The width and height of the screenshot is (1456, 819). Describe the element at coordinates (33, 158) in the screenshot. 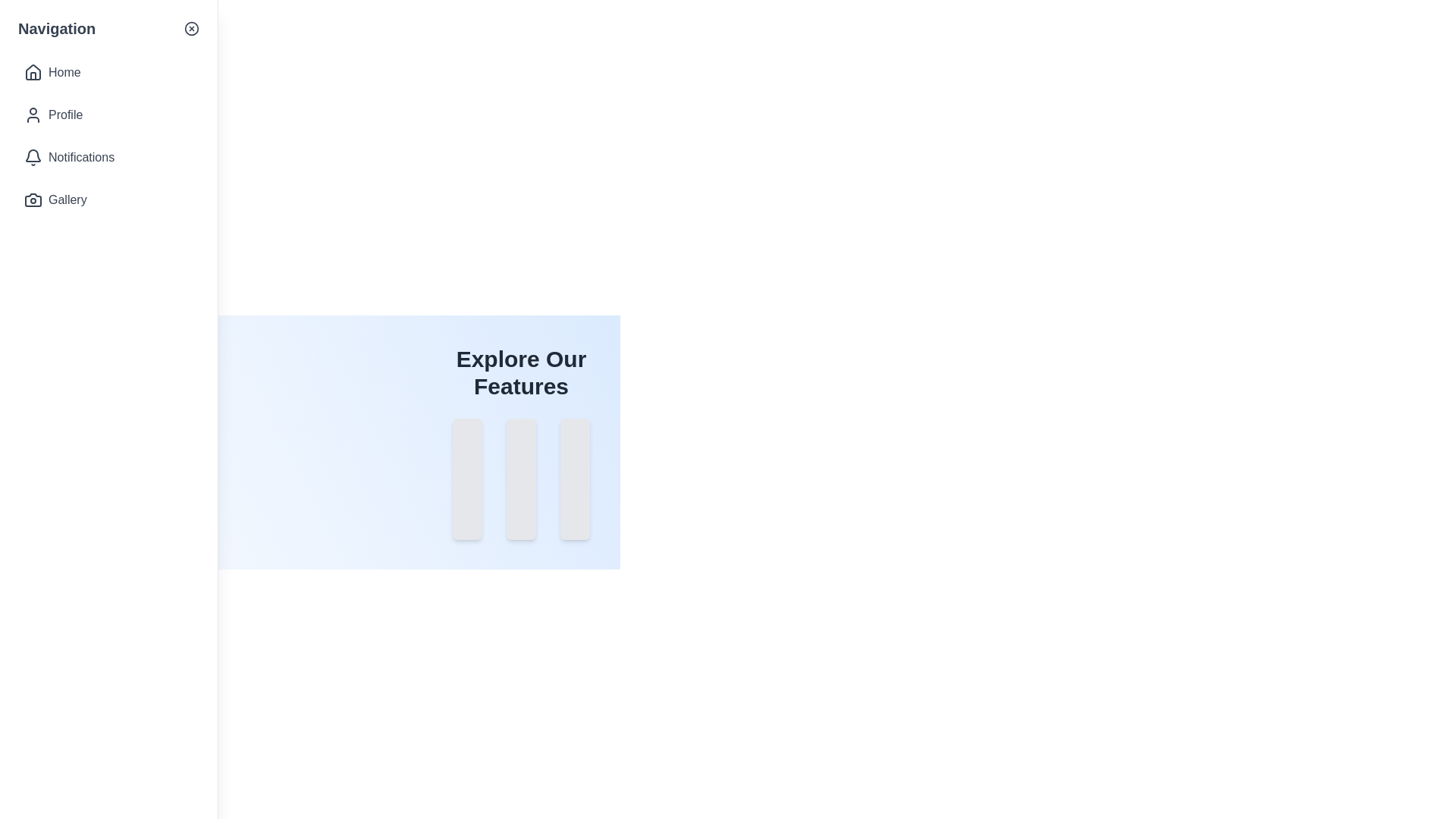

I see `the notifications icon located in the left navigation menu, which is positioned immediately before the text 'Notifications'` at that location.